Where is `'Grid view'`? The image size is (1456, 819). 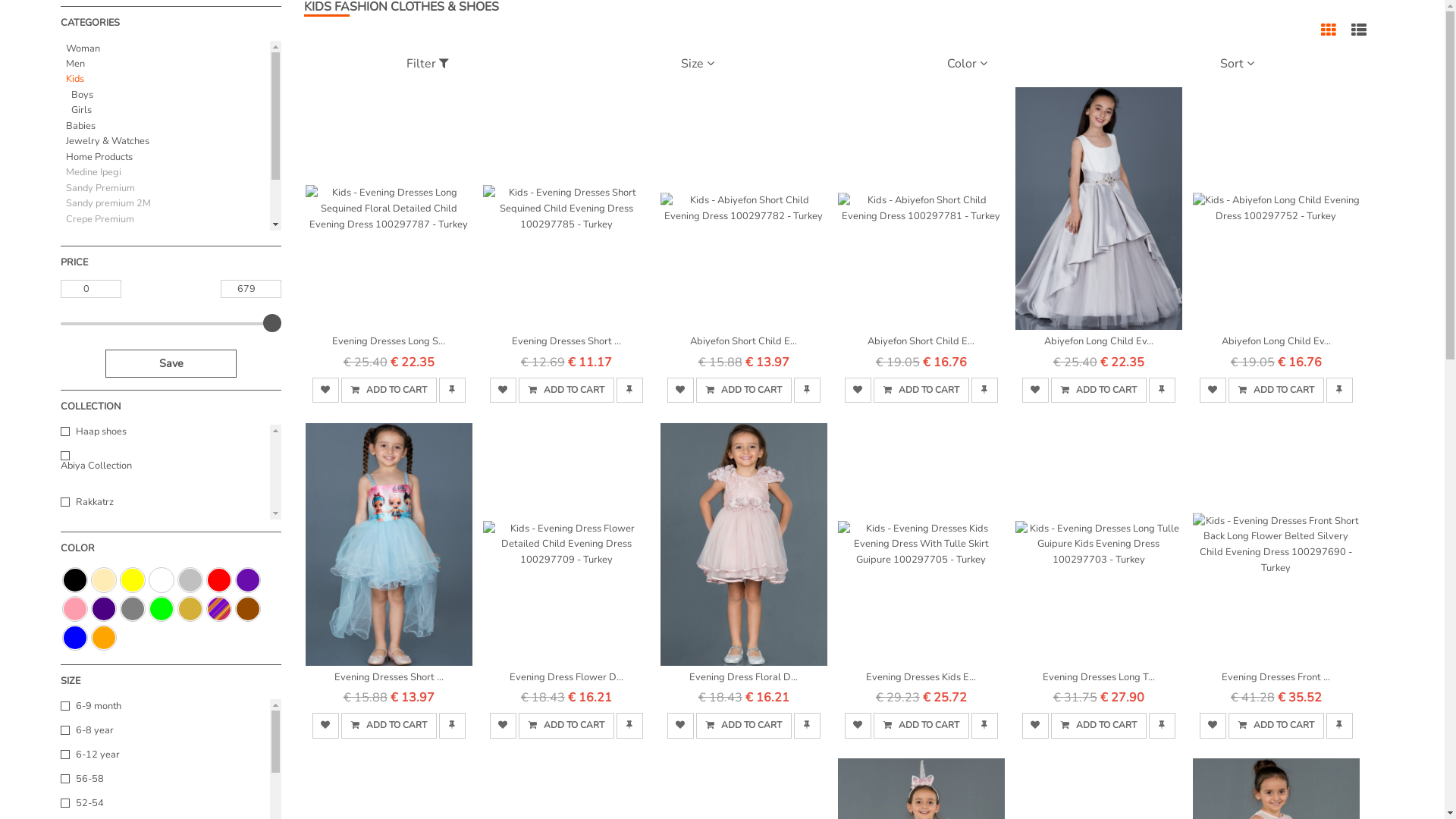
'Grid view' is located at coordinates (1328, 32).